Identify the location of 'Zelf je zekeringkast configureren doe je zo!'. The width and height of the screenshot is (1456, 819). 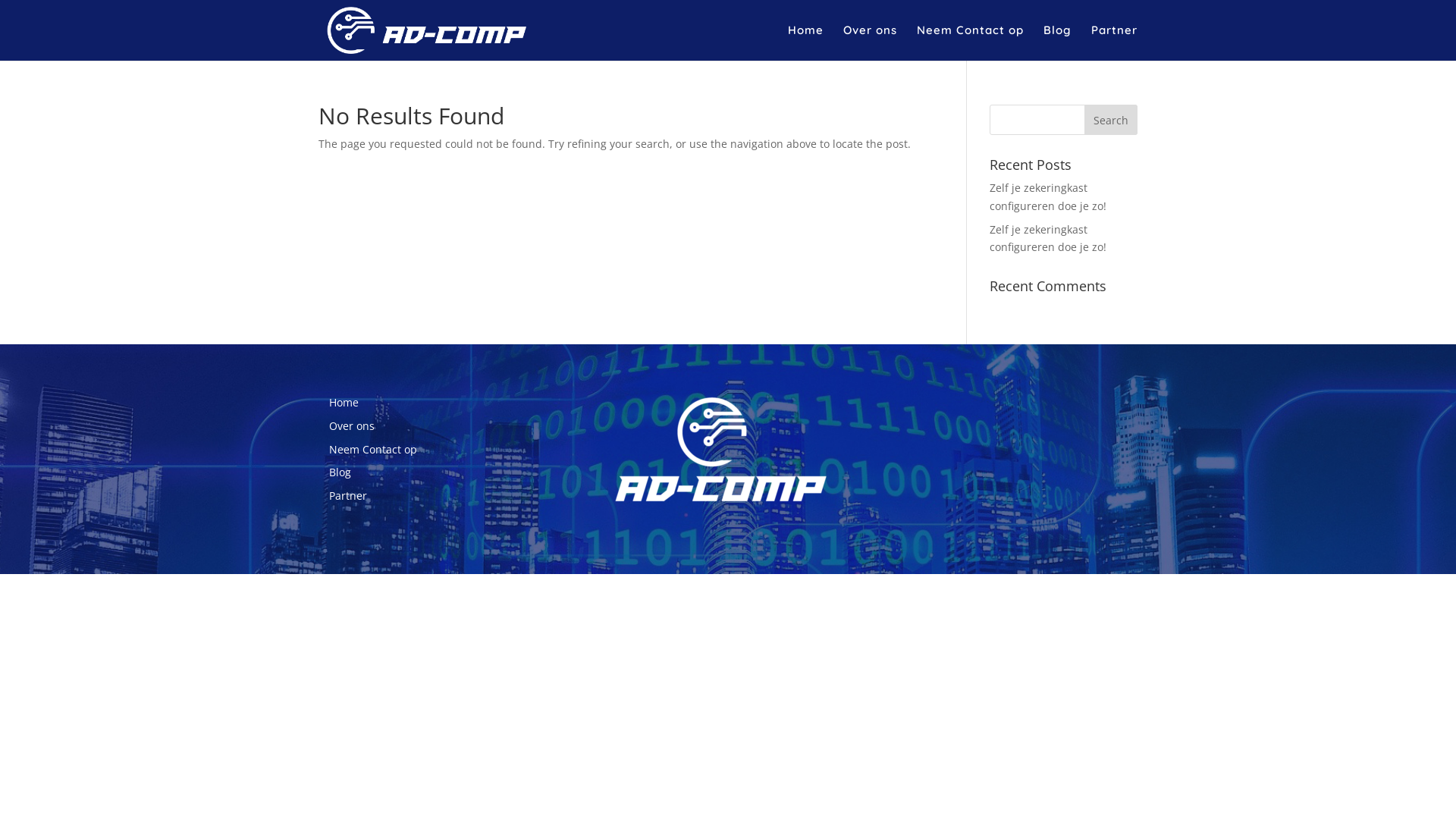
(1047, 238).